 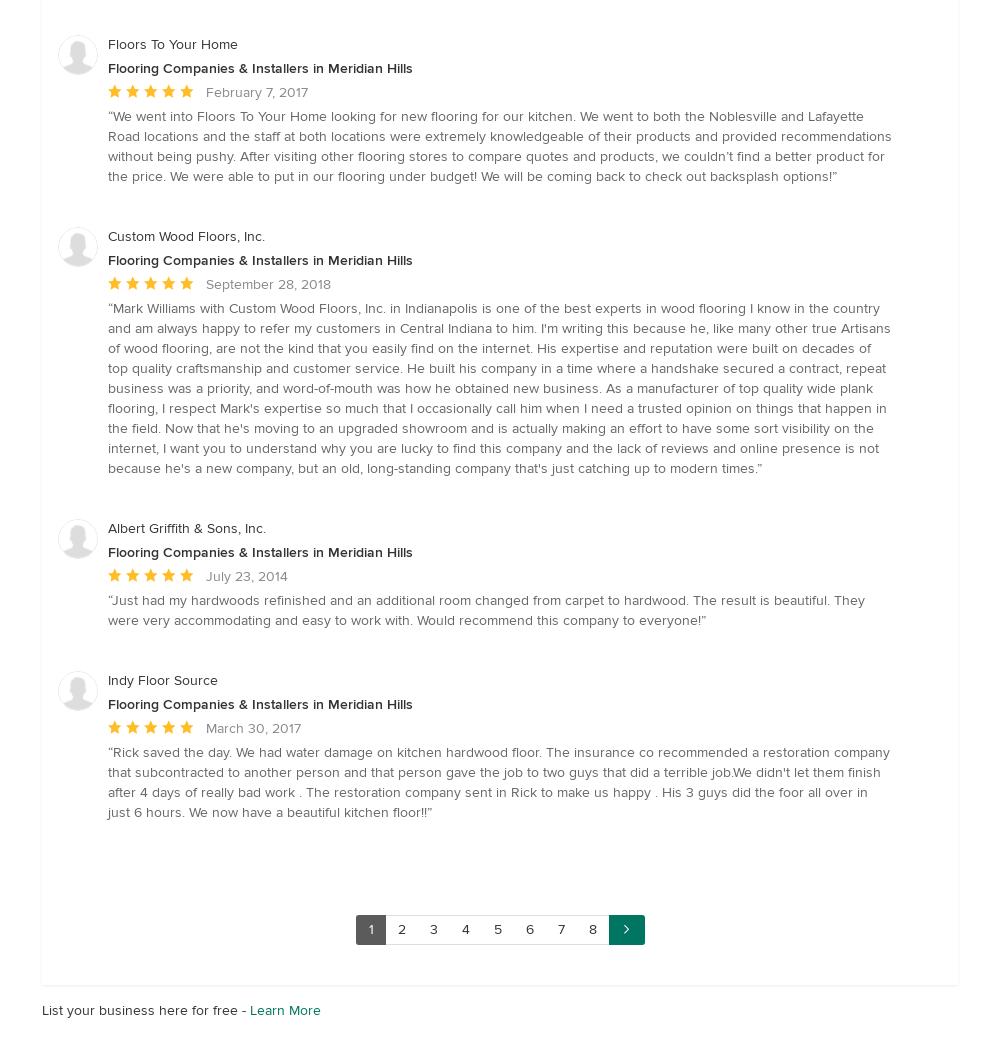 What do you see at coordinates (268, 284) in the screenshot?
I see `'September 28, 2018'` at bounding box center [268, 284].